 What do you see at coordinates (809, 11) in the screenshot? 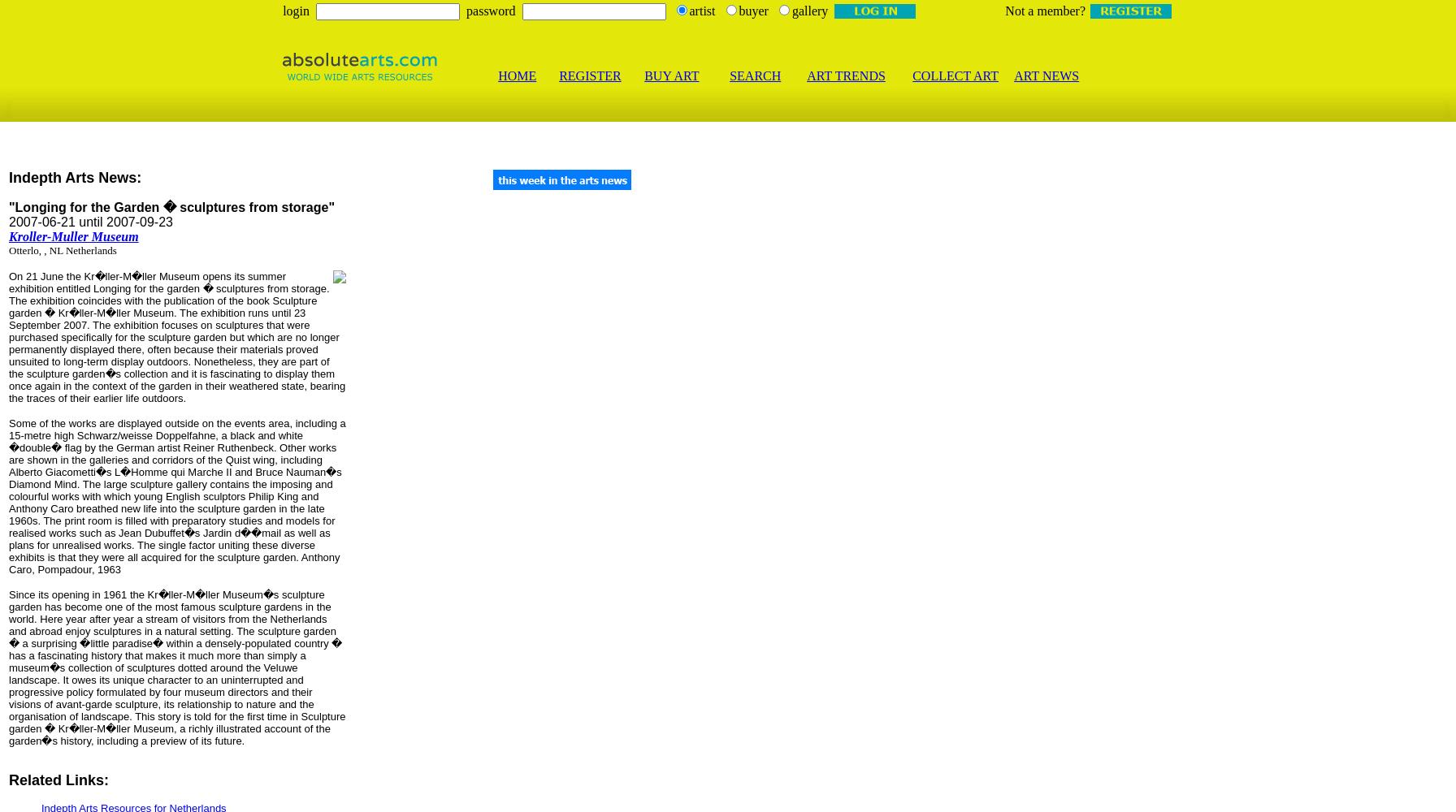
I see `'gallery'` at bounding box center [809, 11].